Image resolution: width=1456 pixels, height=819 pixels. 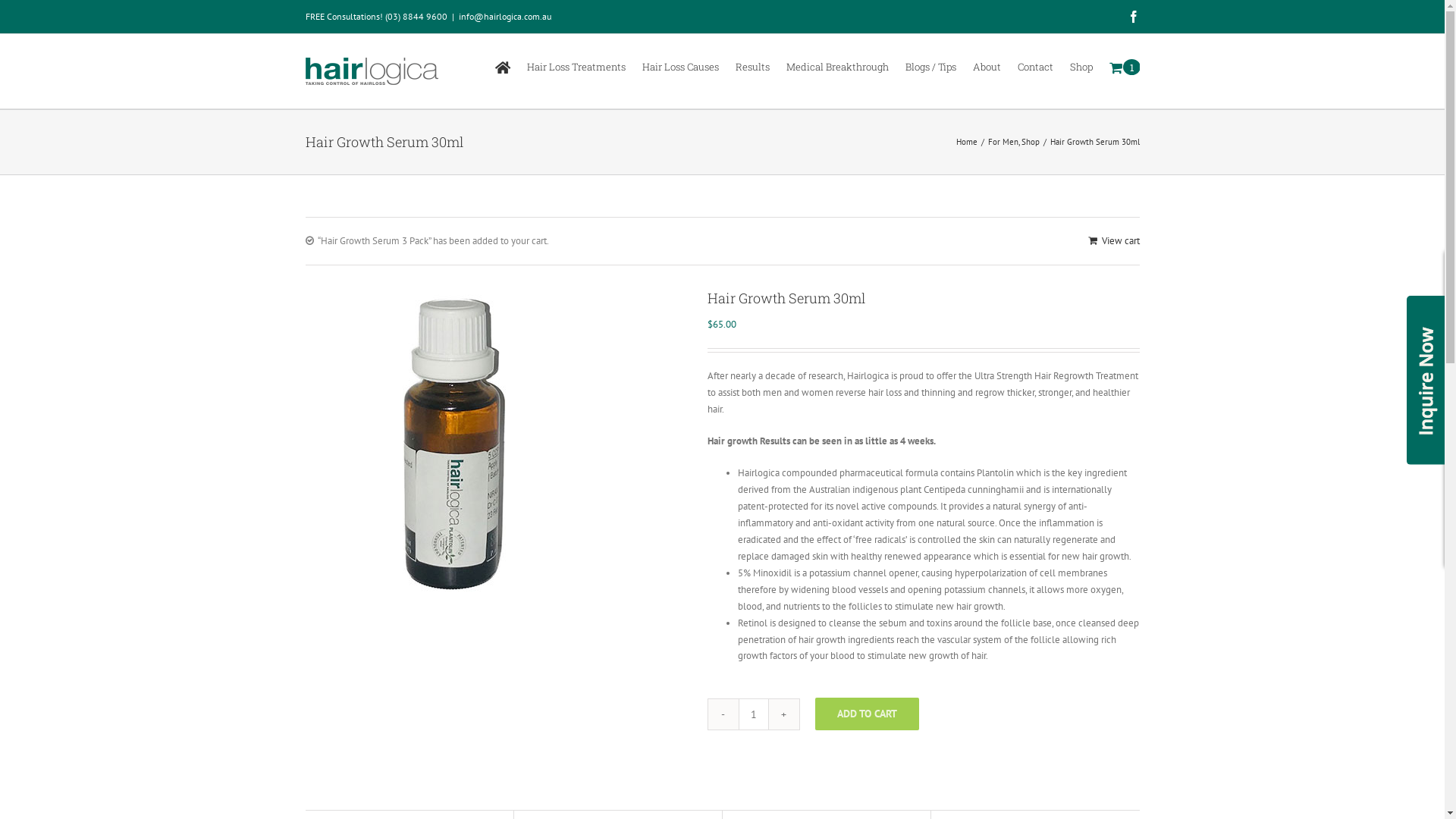 I want to click on 'Facebook', so click(x=1132, y=17).